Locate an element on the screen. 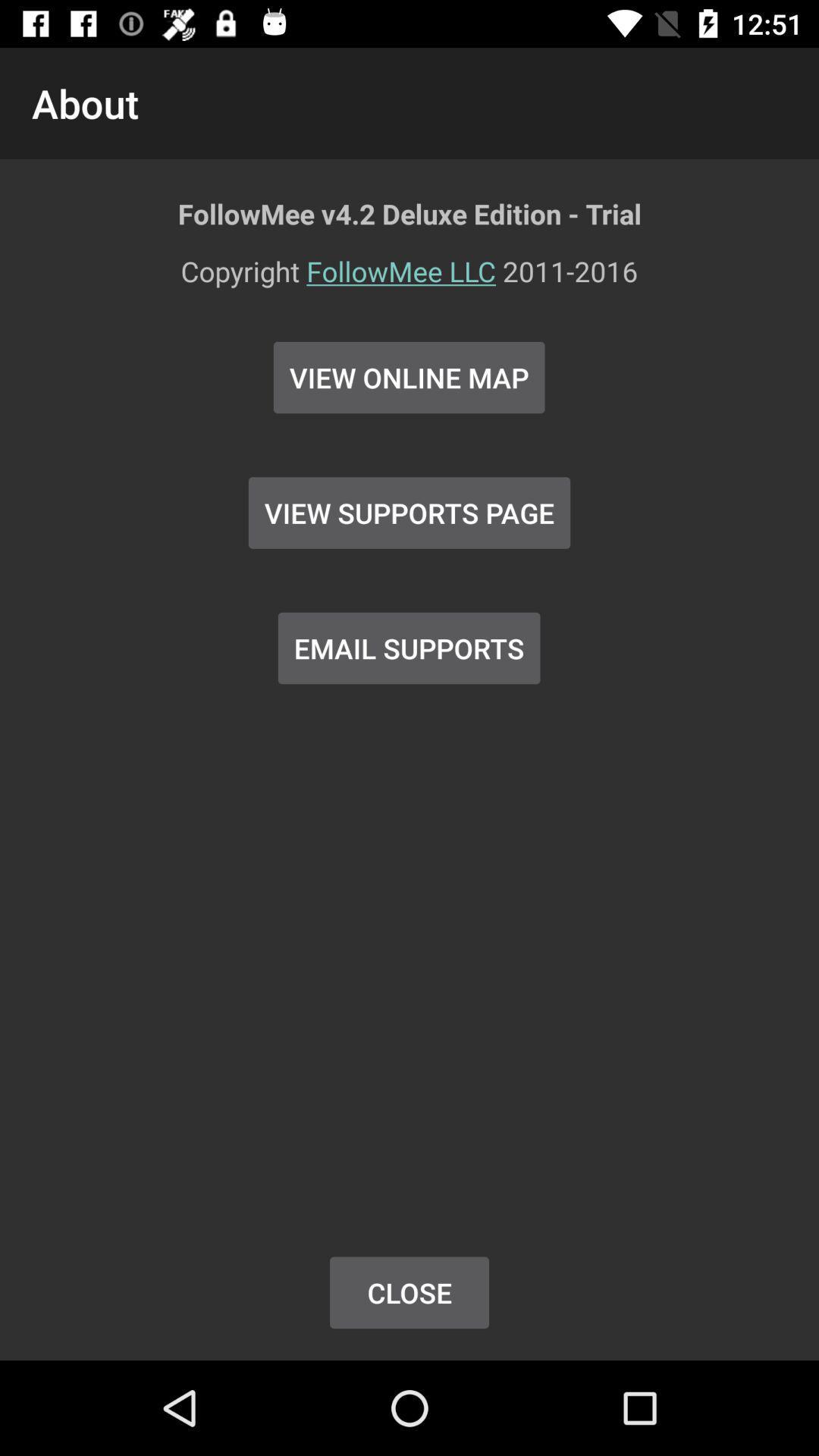  button below view supports page item is located at coordinates (408, 648).